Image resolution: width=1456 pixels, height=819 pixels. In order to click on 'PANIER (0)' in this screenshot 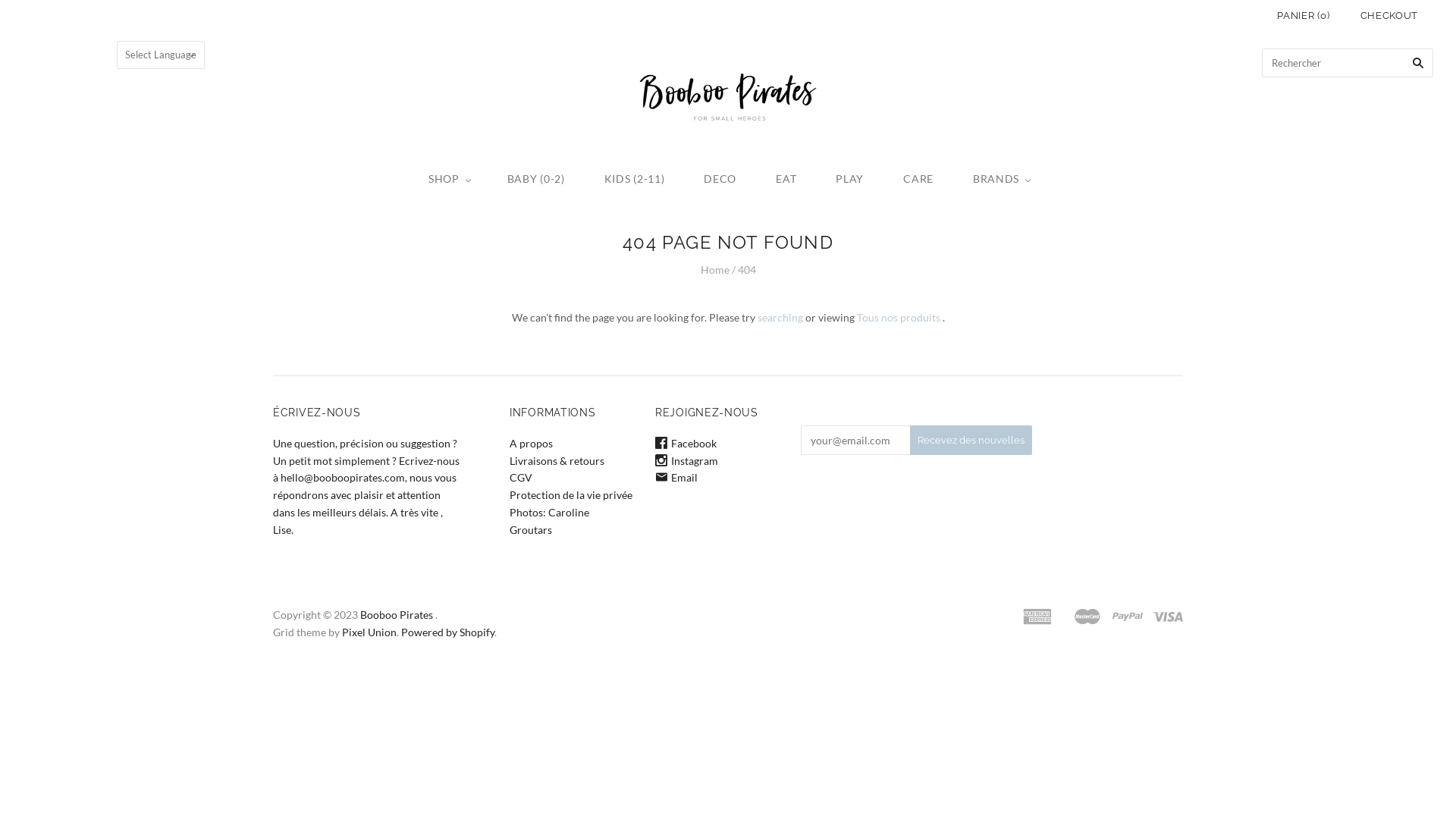, I will do `click(1302, 15)`.